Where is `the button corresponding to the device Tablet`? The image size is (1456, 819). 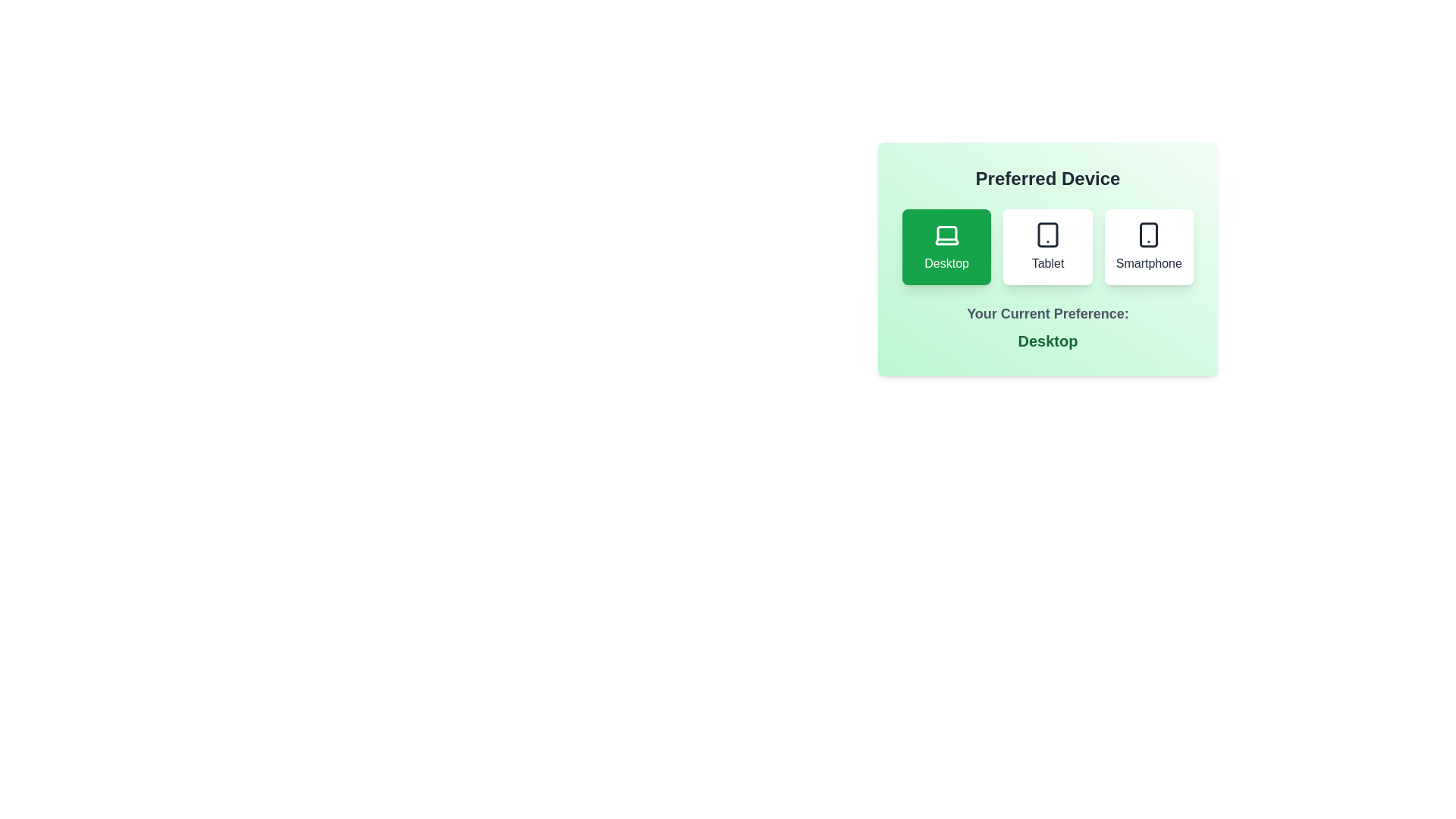 the button corresponding to the device Tablet is located at coordinates (1047, 246).